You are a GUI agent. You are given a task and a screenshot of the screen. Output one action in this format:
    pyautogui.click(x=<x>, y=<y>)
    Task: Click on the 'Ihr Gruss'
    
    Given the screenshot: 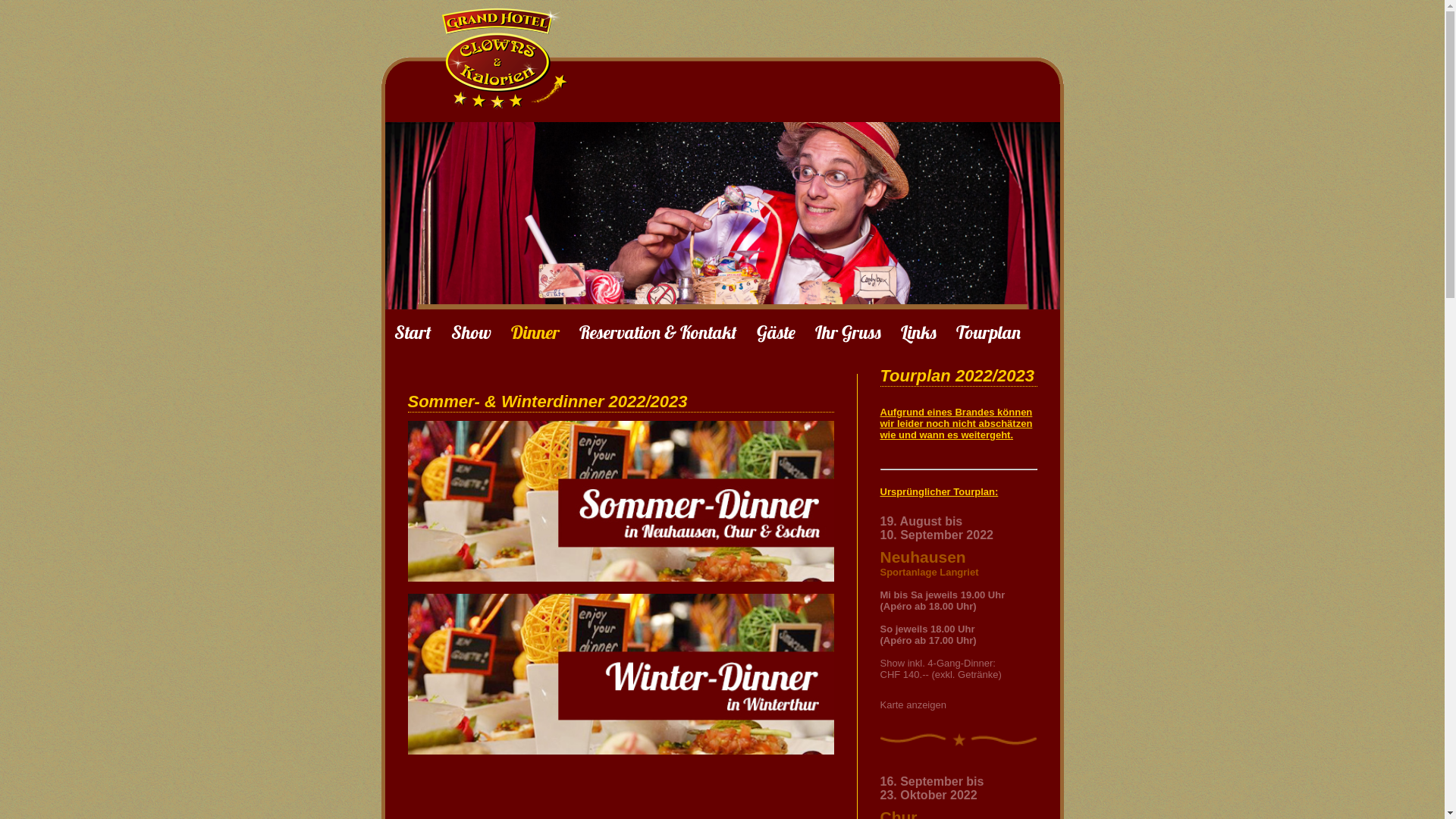 What is the action you would take?
    pyautogui.click(x=846, y=331)
    